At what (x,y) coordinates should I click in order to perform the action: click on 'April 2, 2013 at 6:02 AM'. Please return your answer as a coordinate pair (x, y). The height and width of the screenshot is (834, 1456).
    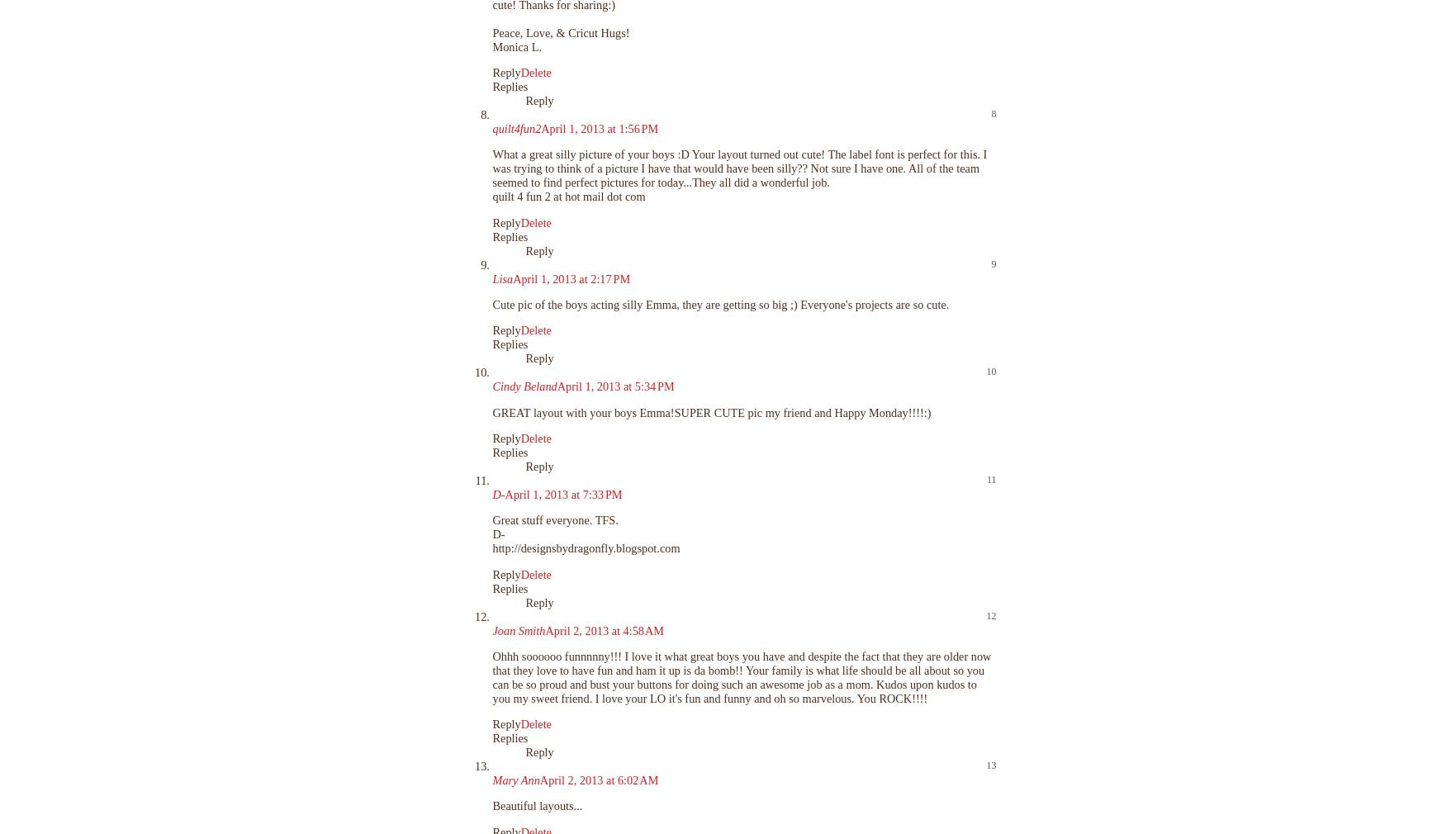
    Looking at the image, I should click on (598, 780).